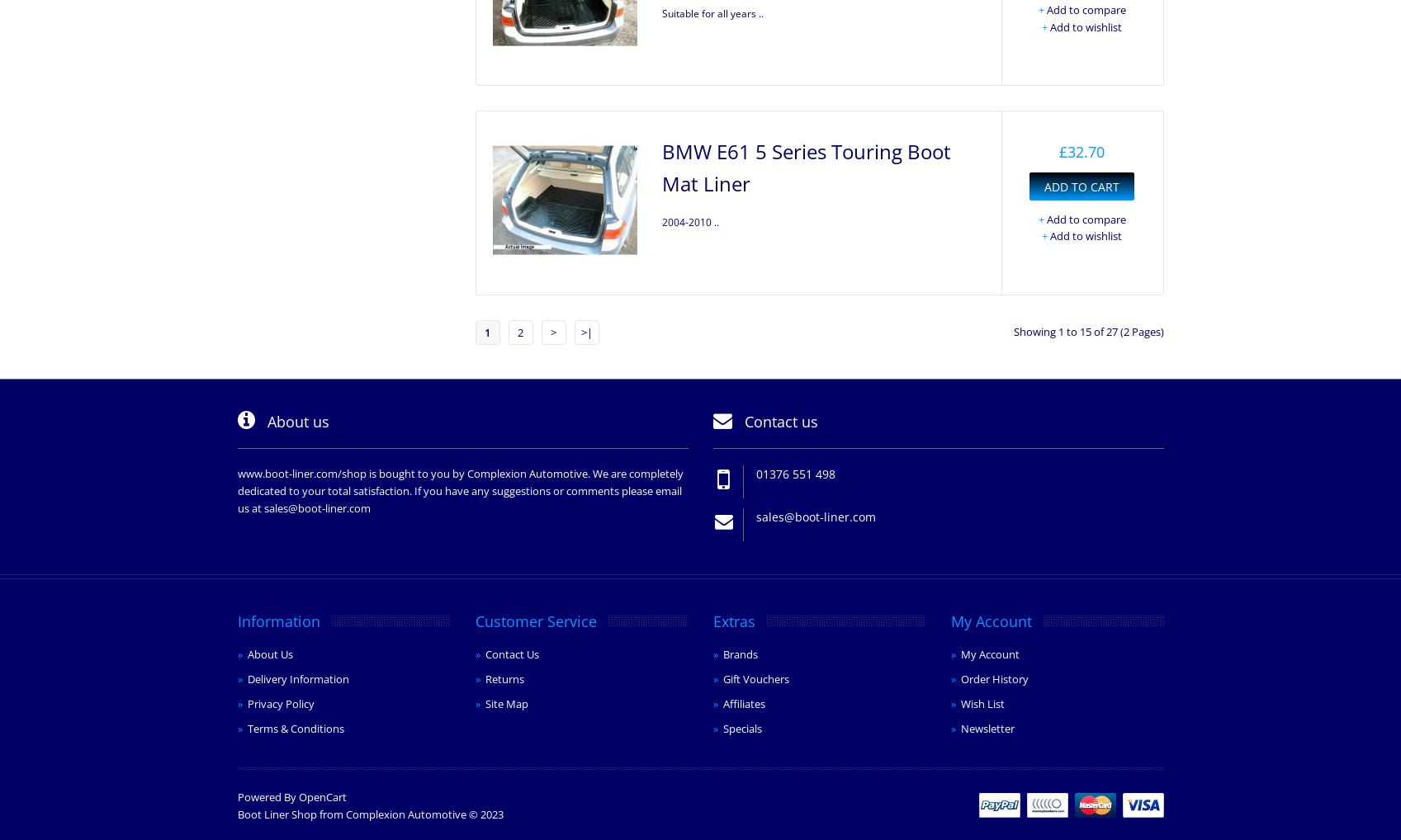 Image resolution: width=1401 pixels, height=840 pixels. What do you see at coordinates (486, 332) in the screenshot?
I see `'1'` at bounding box center [486, 332].